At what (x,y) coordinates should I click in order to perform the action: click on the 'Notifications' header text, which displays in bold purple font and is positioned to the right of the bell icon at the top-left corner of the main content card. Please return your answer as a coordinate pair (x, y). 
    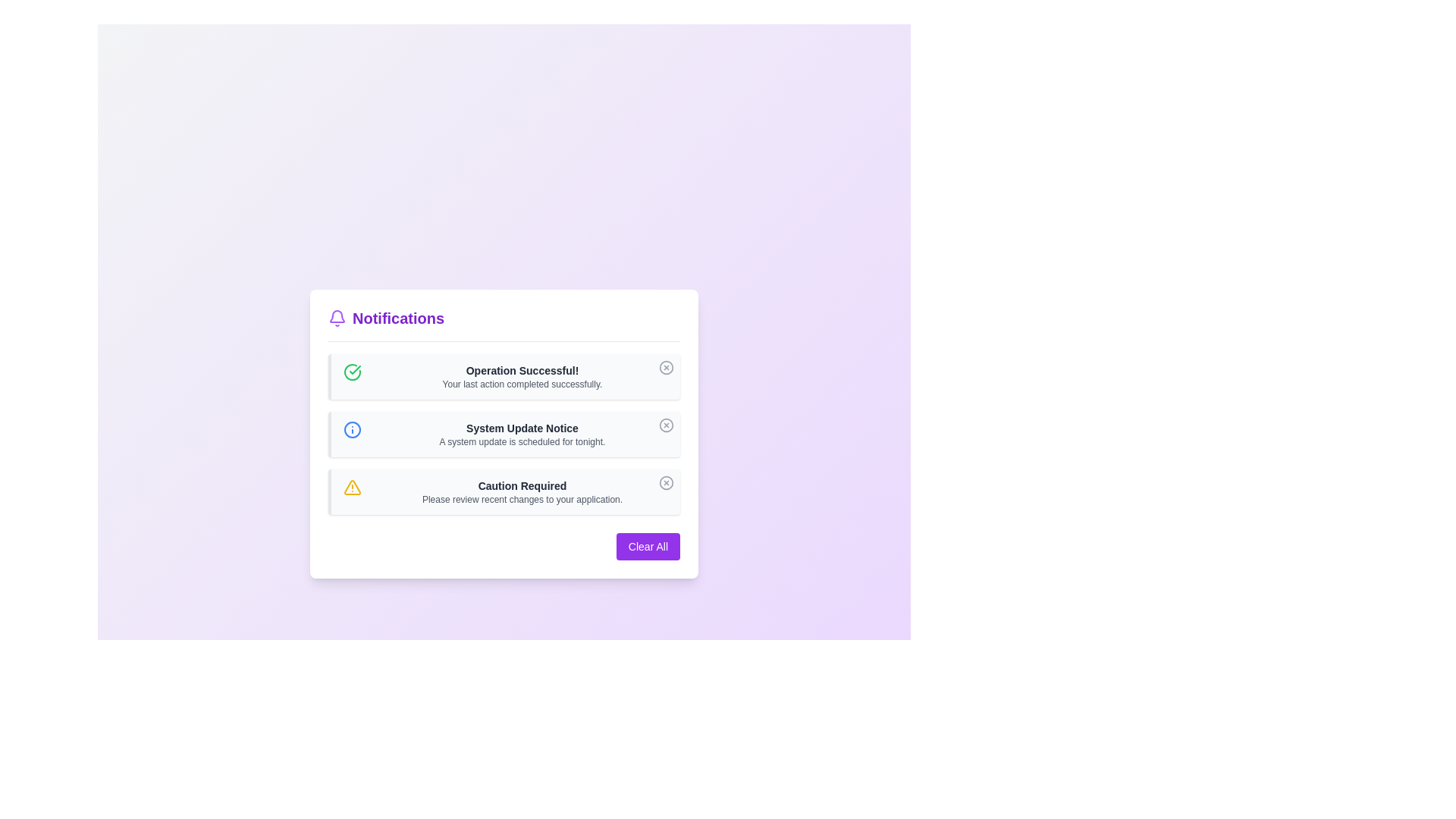
    Looking at the image, I should click on (398, 317).